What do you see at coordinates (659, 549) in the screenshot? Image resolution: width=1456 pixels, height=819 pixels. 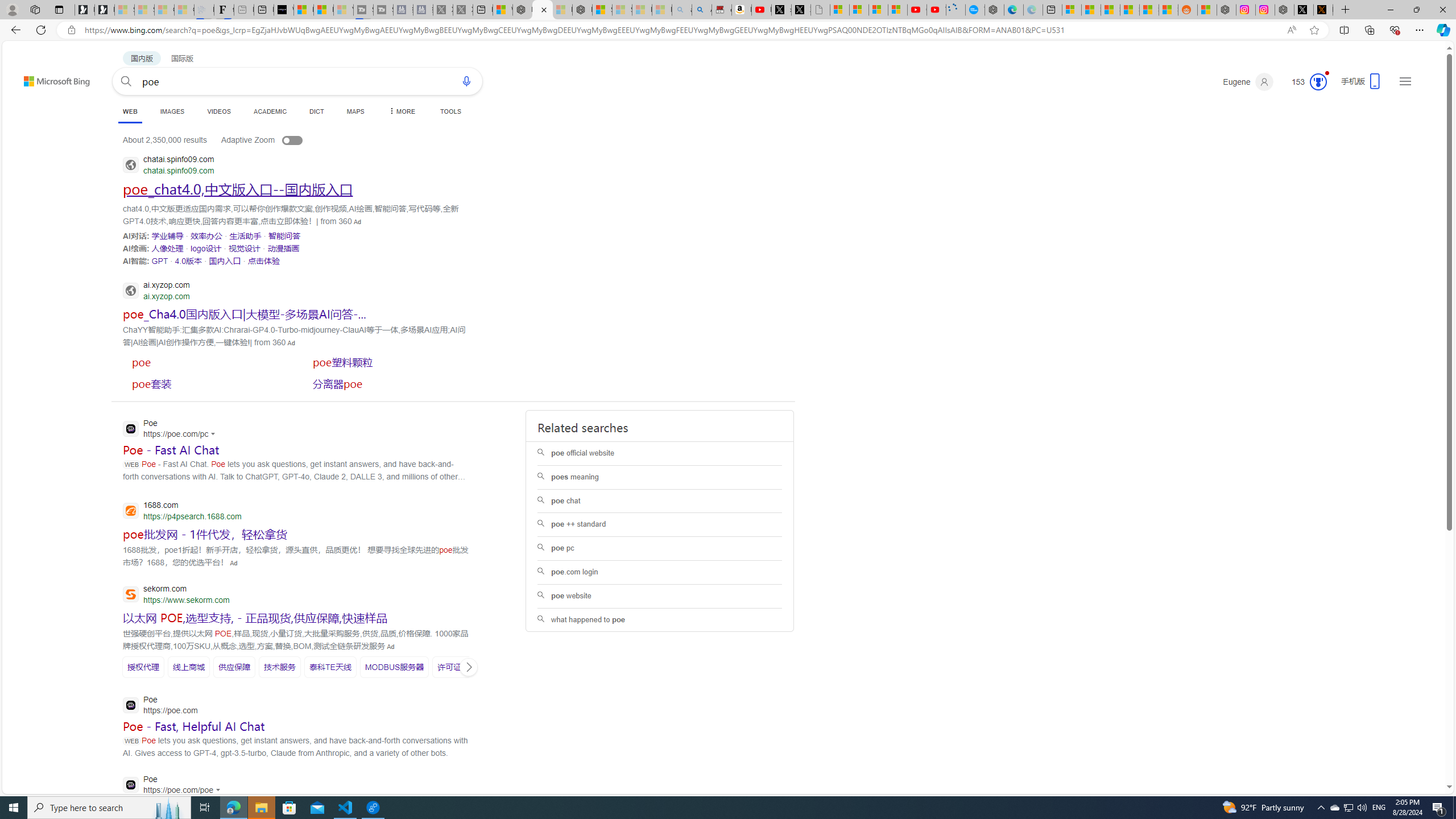 I see `'poe pc'` at bounding box center [659, 549].